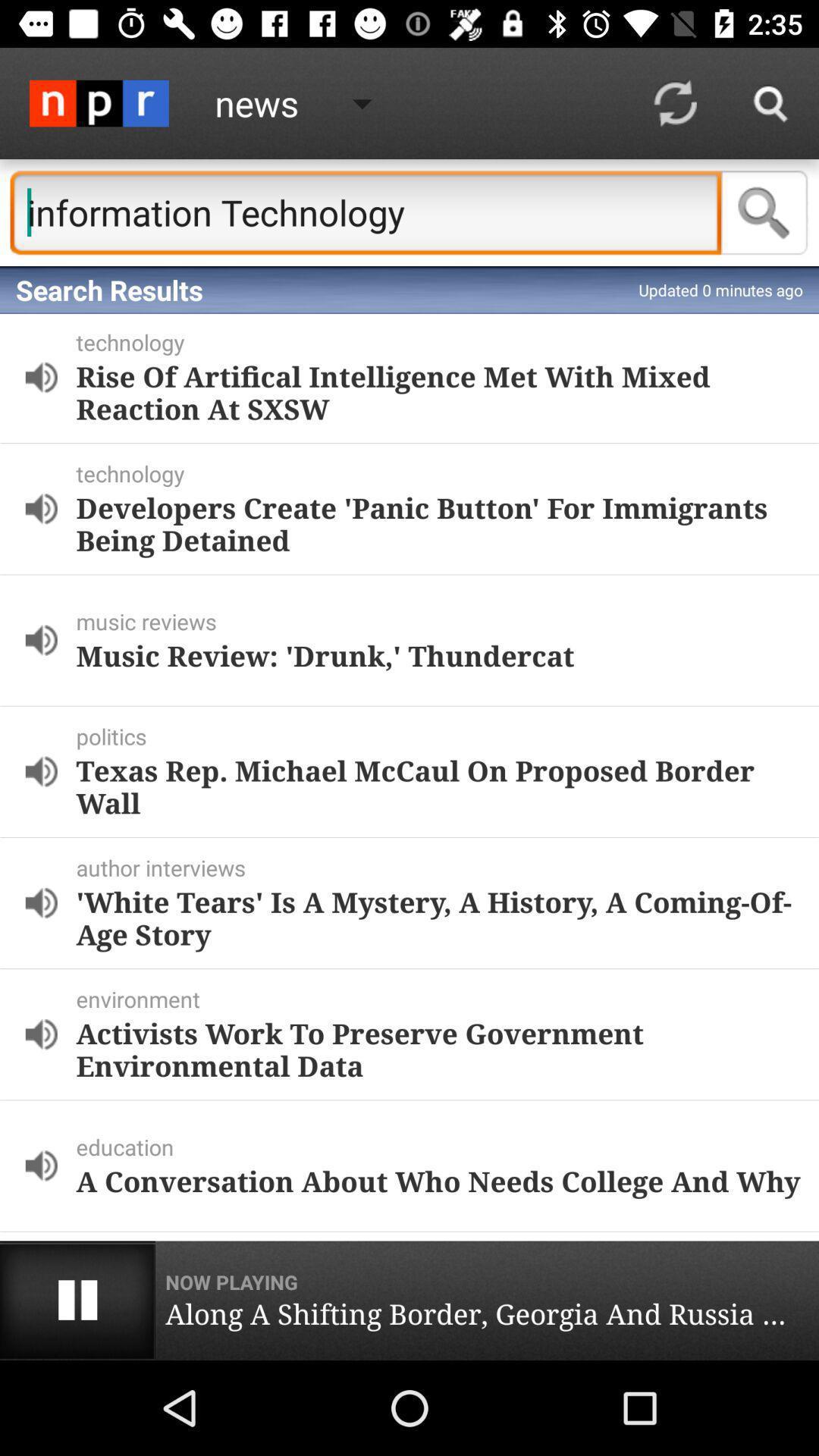 The width and height of the screenshot is (819, 1456). Describe the element at coordinates (438, 786) in the screenshot. I see `the icon below the politics icon` at that location.